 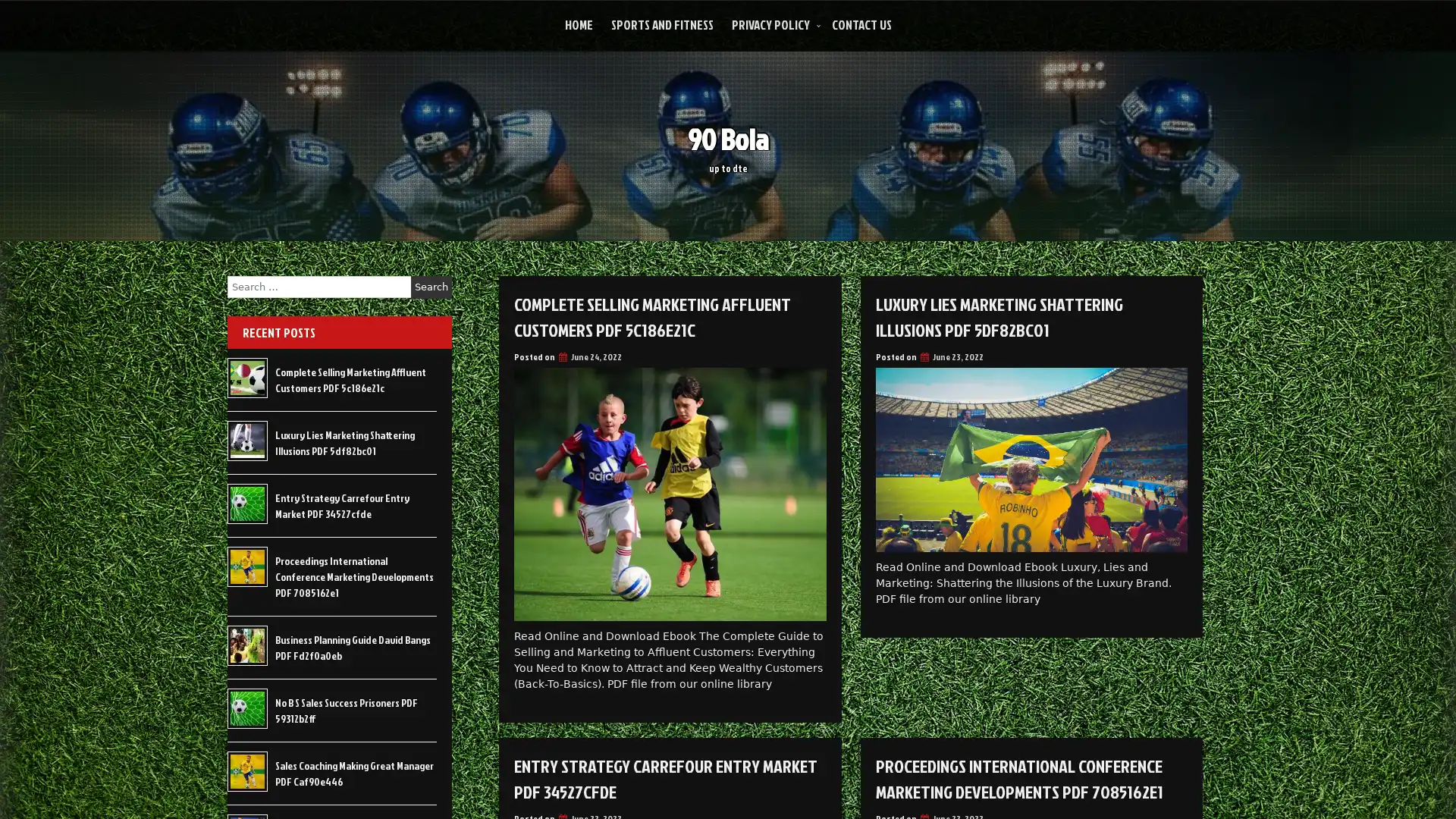 What do you see at coordinates (431, 287) in the screenshot?
I see `Search` at bounding box center [431, 287].